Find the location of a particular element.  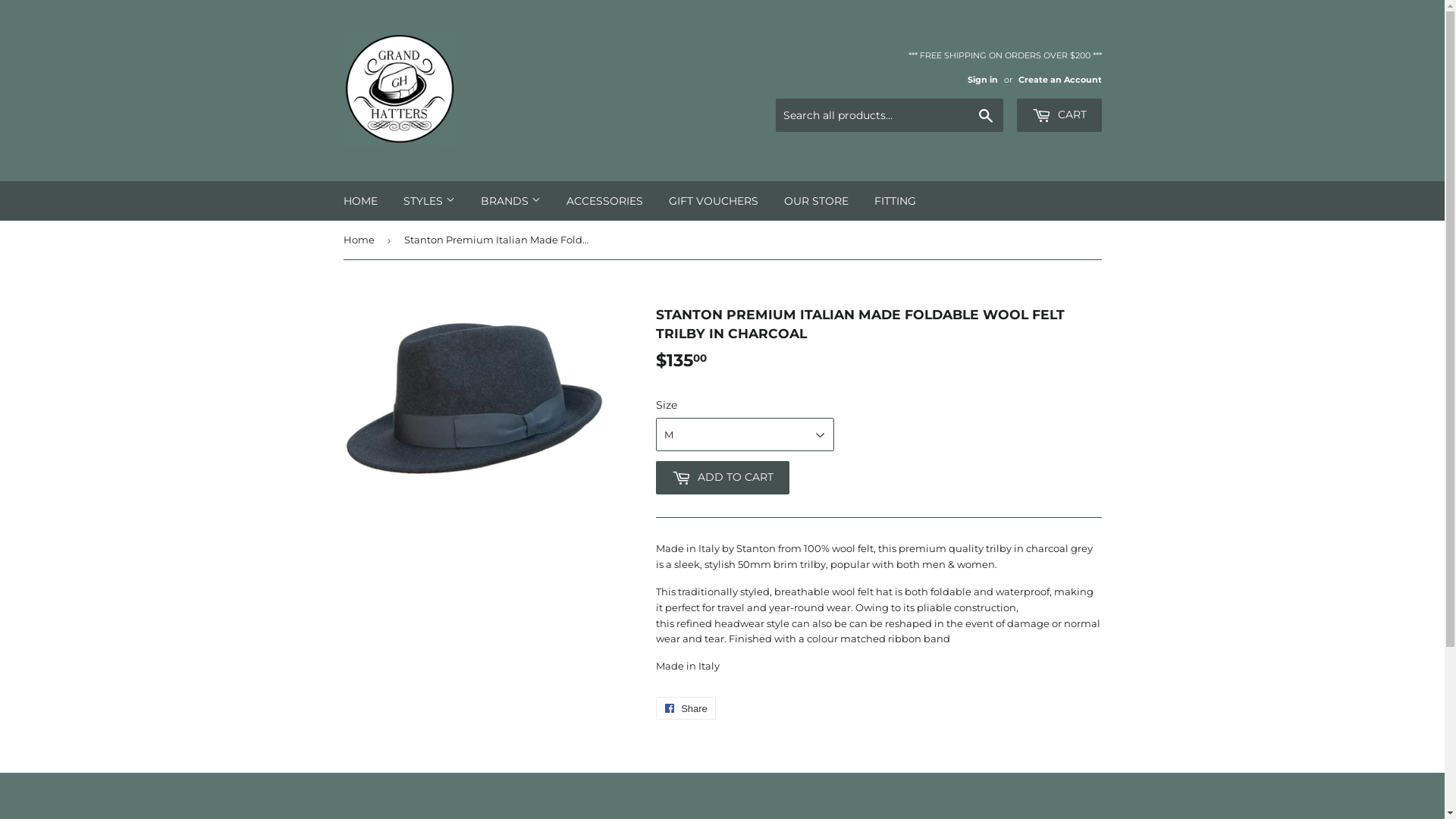

'STYLES' is located at coordinates (428, 200).